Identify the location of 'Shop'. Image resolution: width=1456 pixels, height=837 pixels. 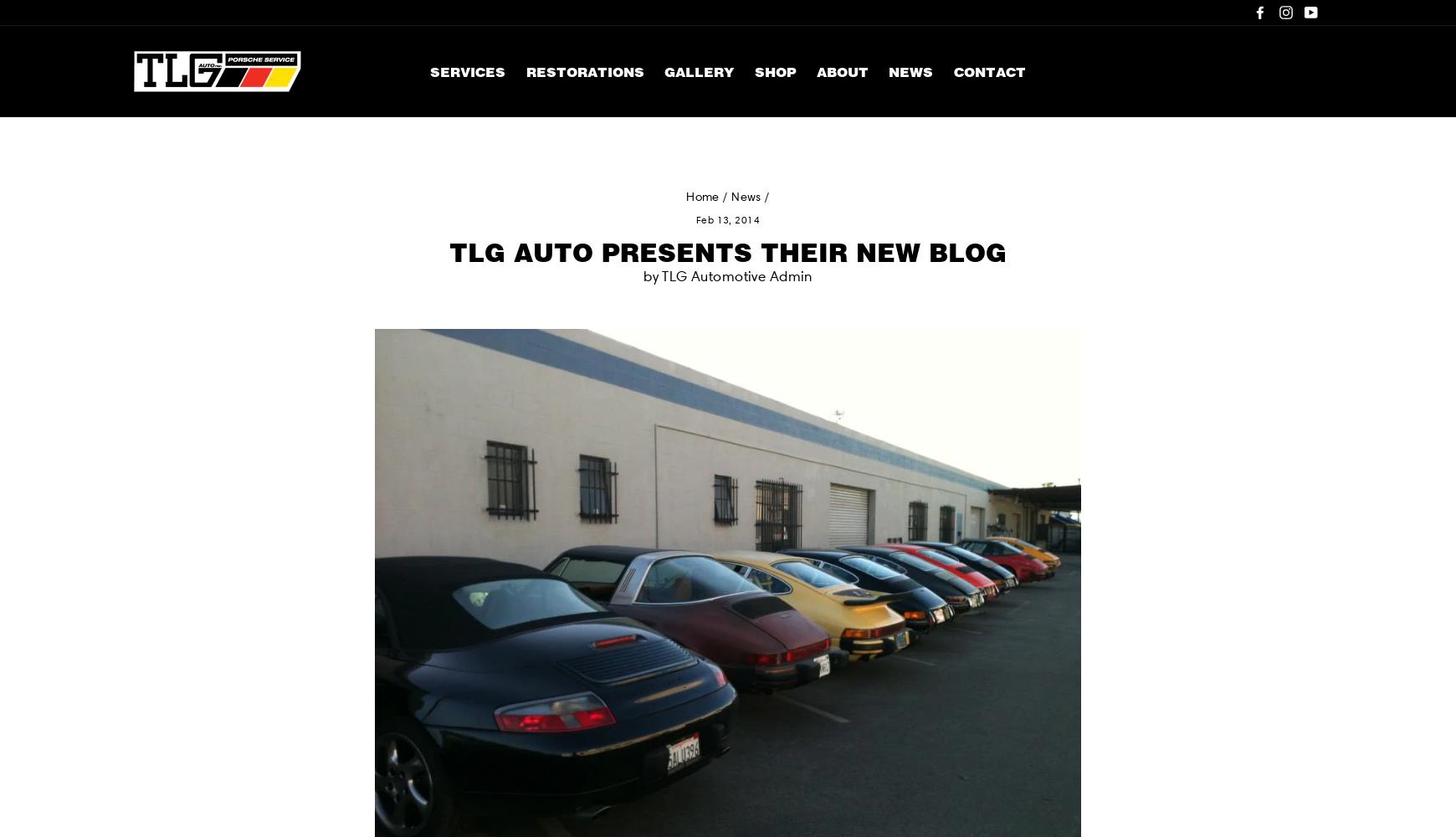
(752, 70).